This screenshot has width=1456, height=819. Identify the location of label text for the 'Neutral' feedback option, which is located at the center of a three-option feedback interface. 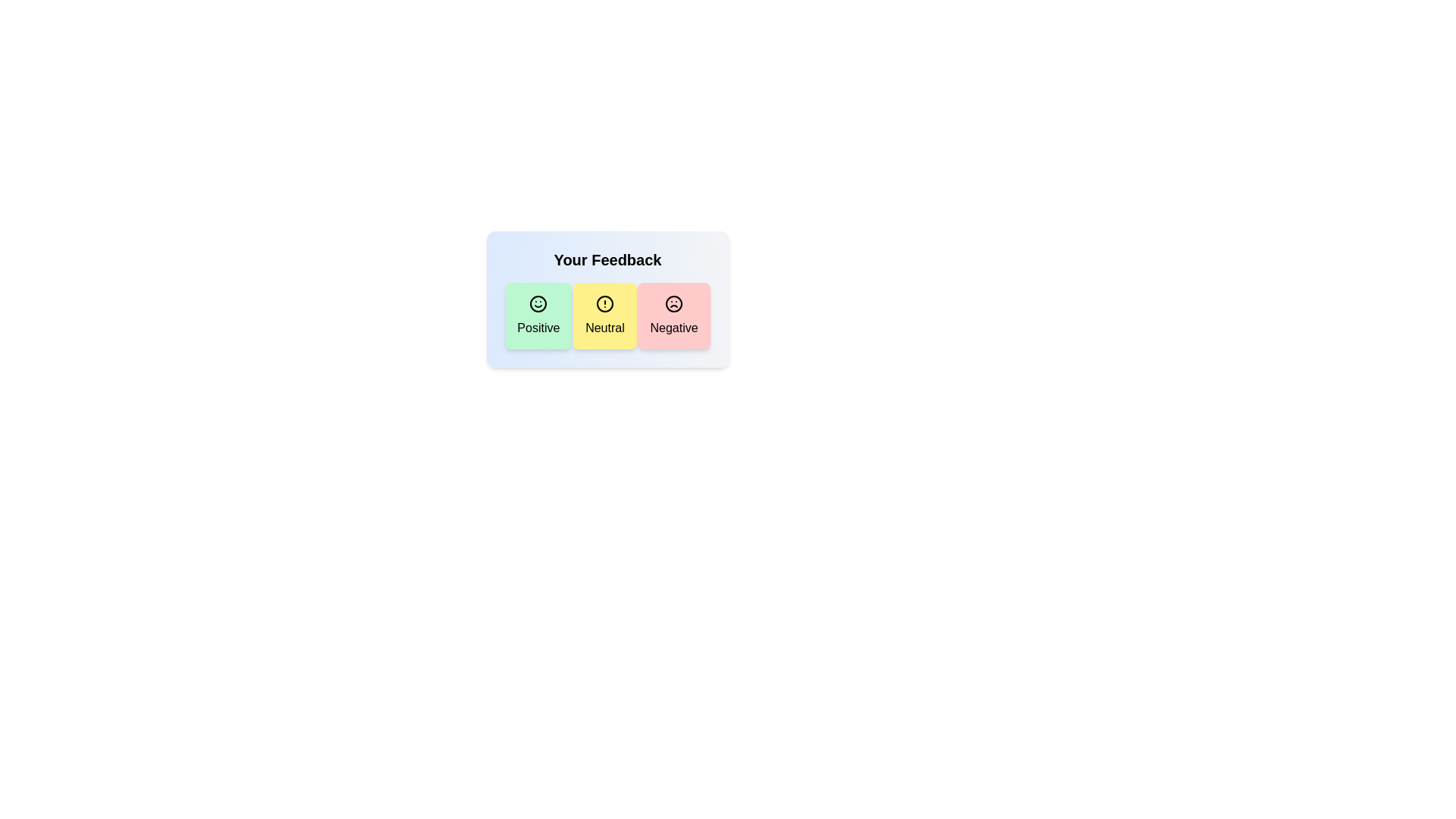
(604, 327).